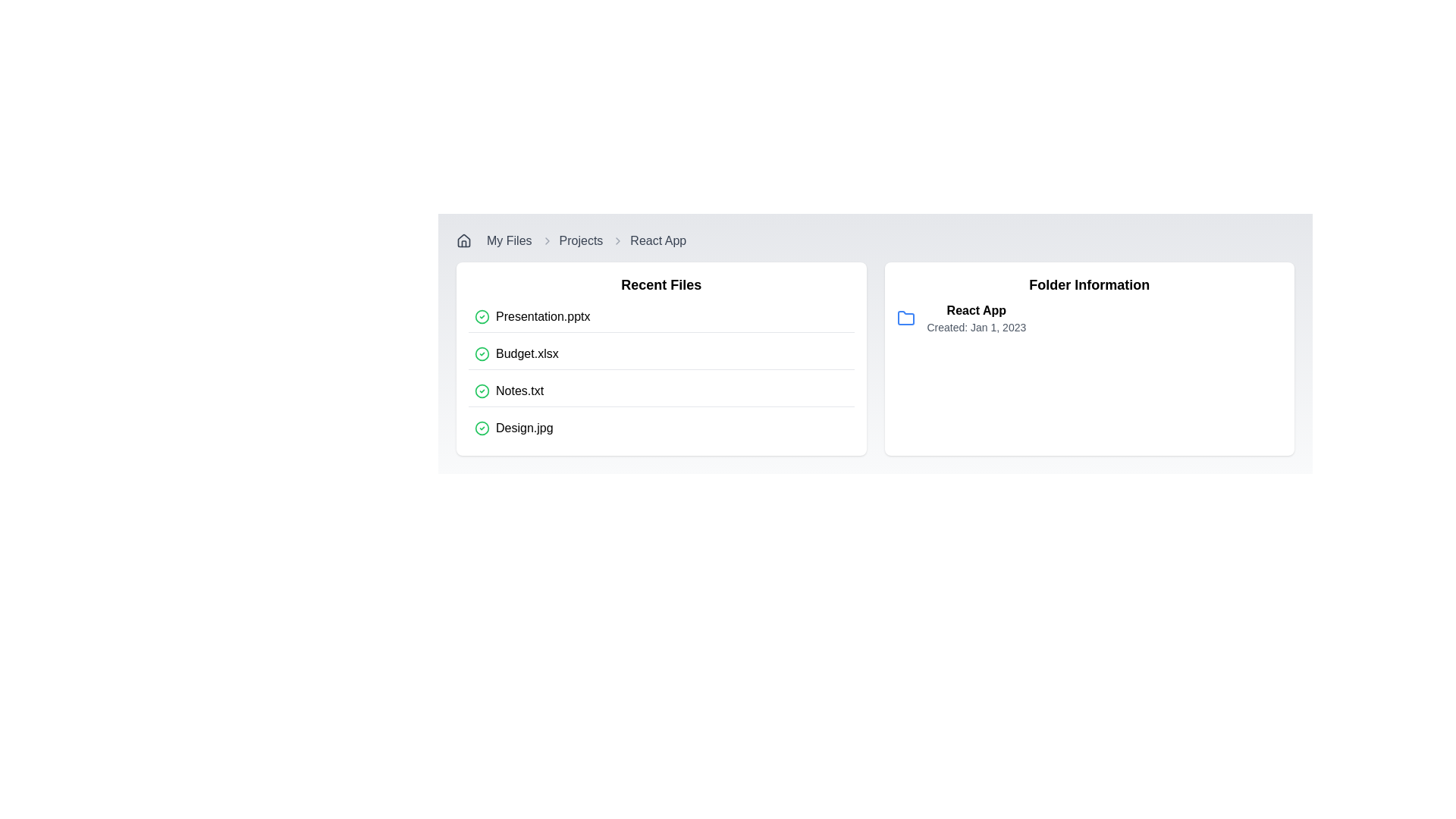 Image resolution: width=1456 pixels, height=819 pixels. Describe the element at coordinates (580, 240) in the screenshot. I see `the 'Projects' text-link in the breadcrumb navigation` at that location.